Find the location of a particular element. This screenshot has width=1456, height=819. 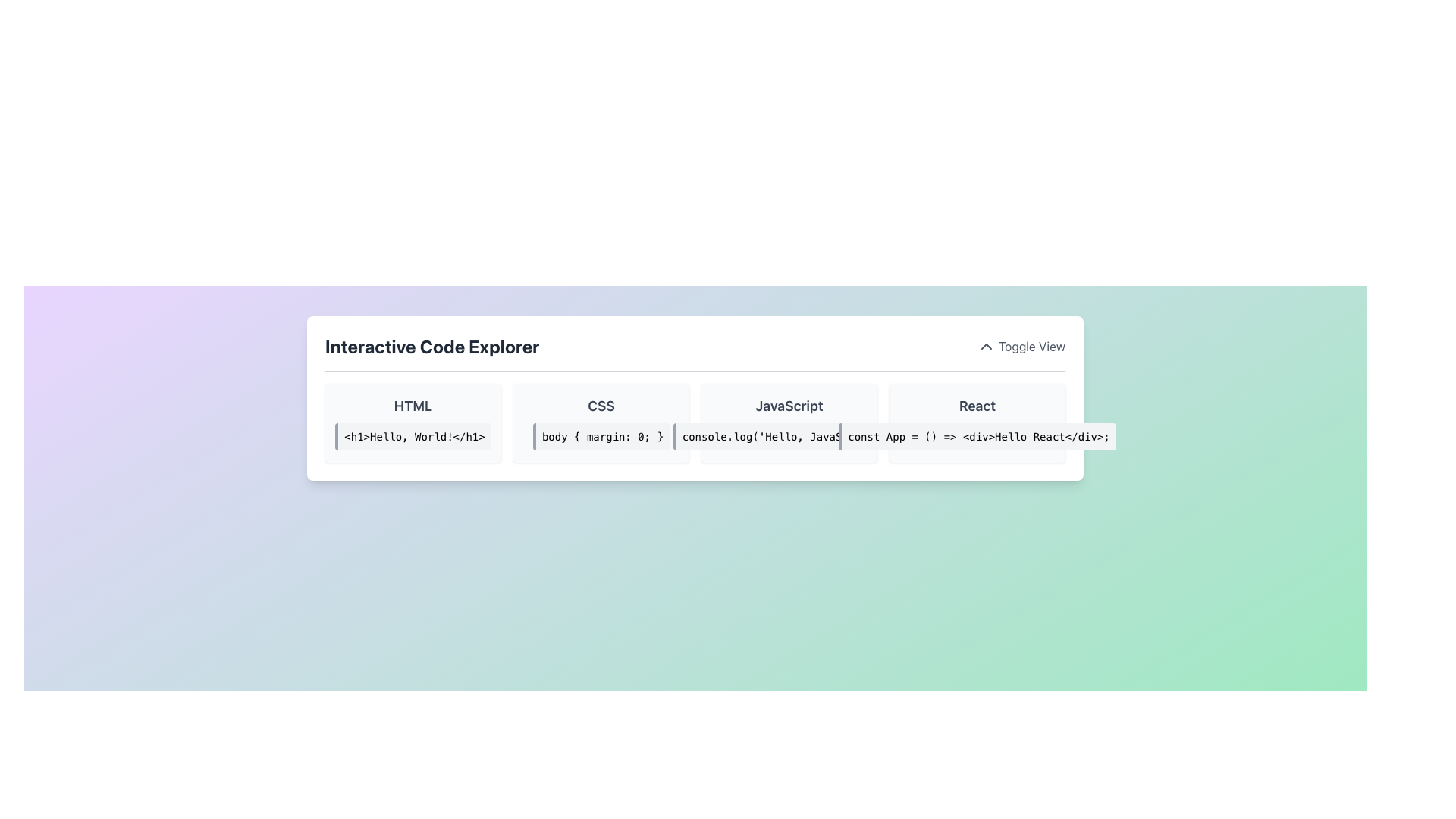

the fourth informational card in the grid that presents a title and a code snippet for React is located at coordinates (977, 423).